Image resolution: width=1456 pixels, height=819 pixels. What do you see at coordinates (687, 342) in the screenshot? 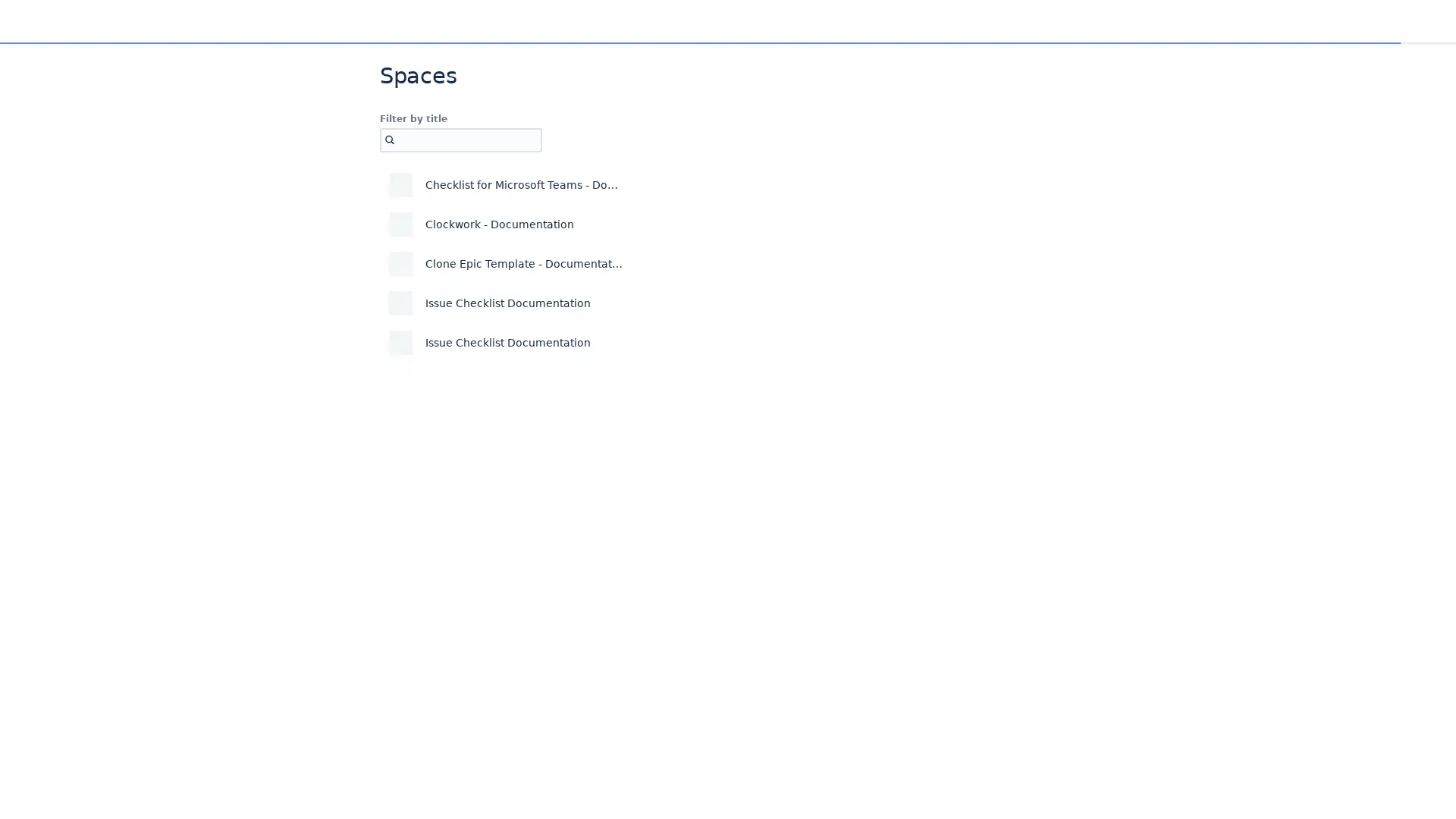
I see `documentation` at bounding box center [687, 342].